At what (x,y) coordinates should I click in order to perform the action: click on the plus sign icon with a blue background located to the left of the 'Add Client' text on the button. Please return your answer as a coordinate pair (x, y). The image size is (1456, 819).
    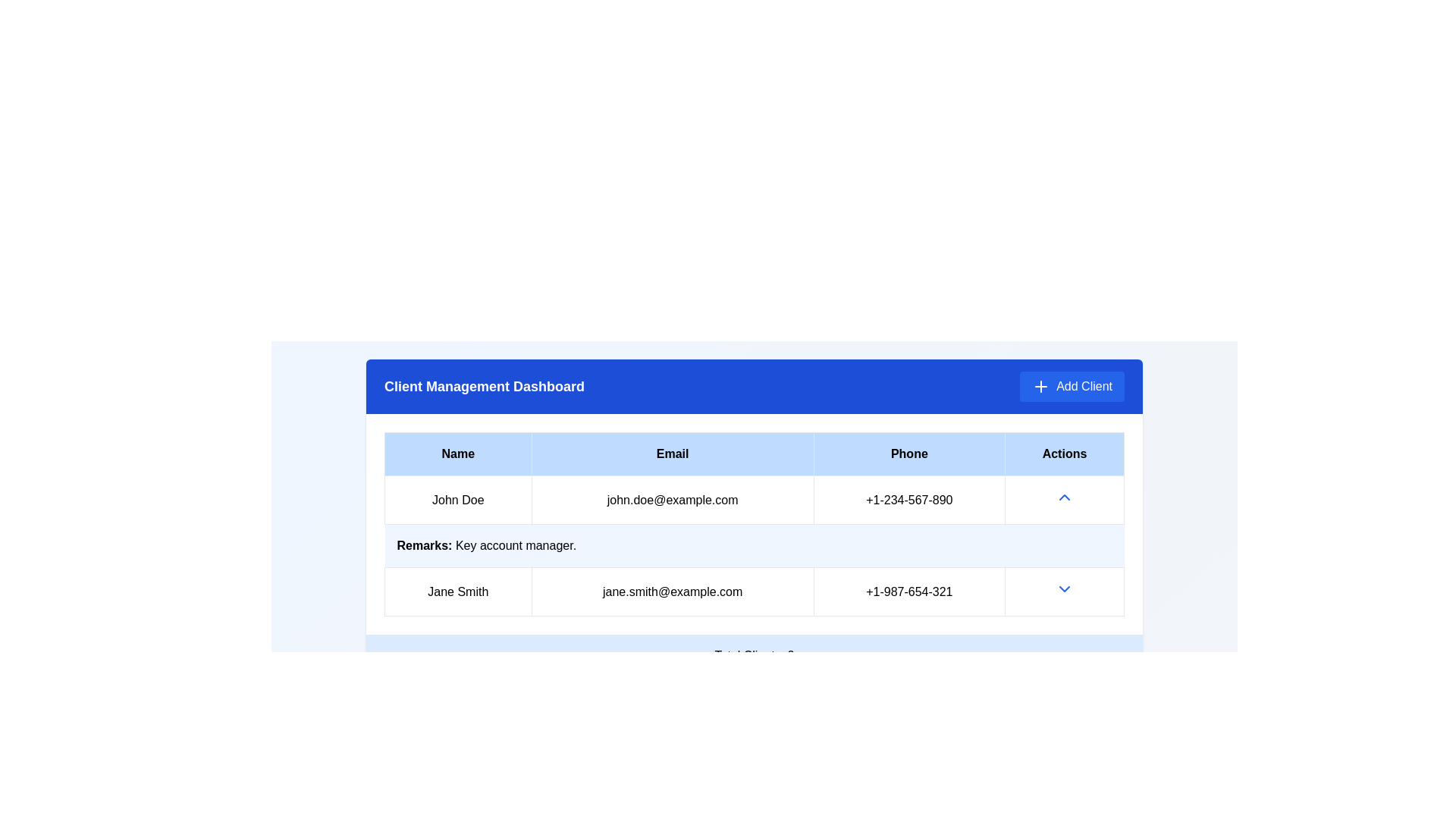
    Looking at the image, I should click on (1040, 385).